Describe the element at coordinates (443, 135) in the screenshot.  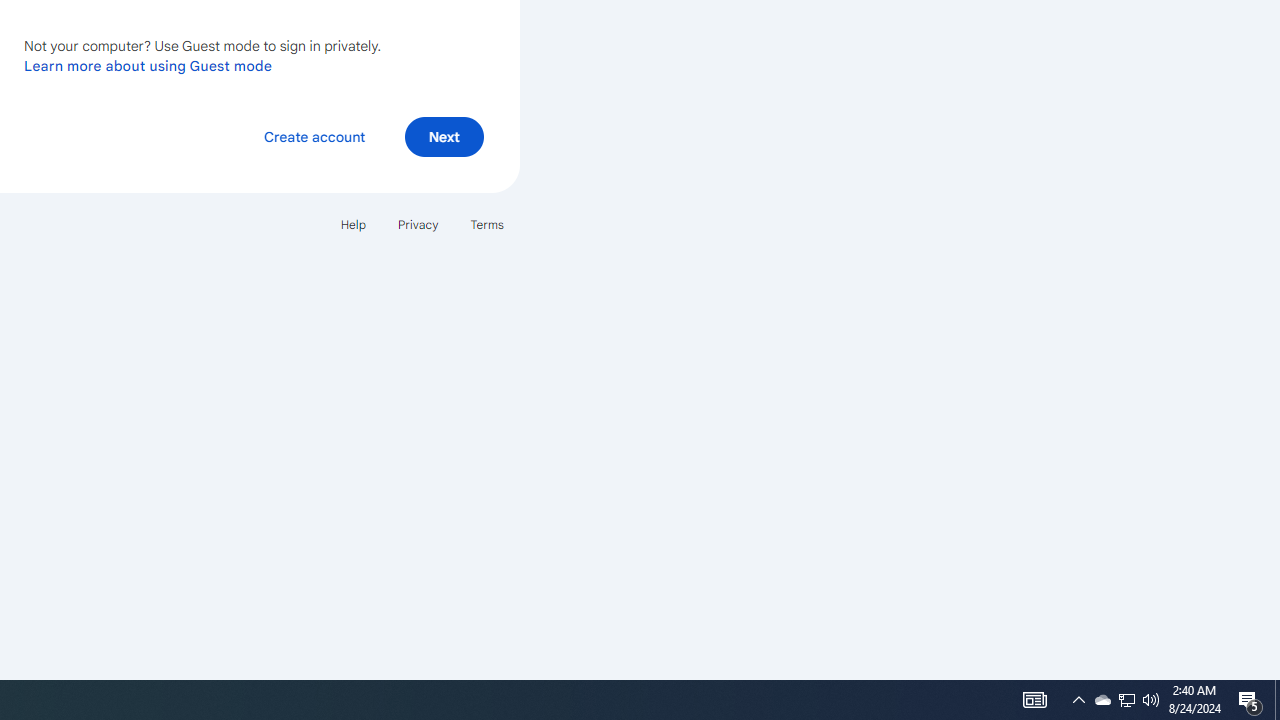
I see `'Next'` at that location.